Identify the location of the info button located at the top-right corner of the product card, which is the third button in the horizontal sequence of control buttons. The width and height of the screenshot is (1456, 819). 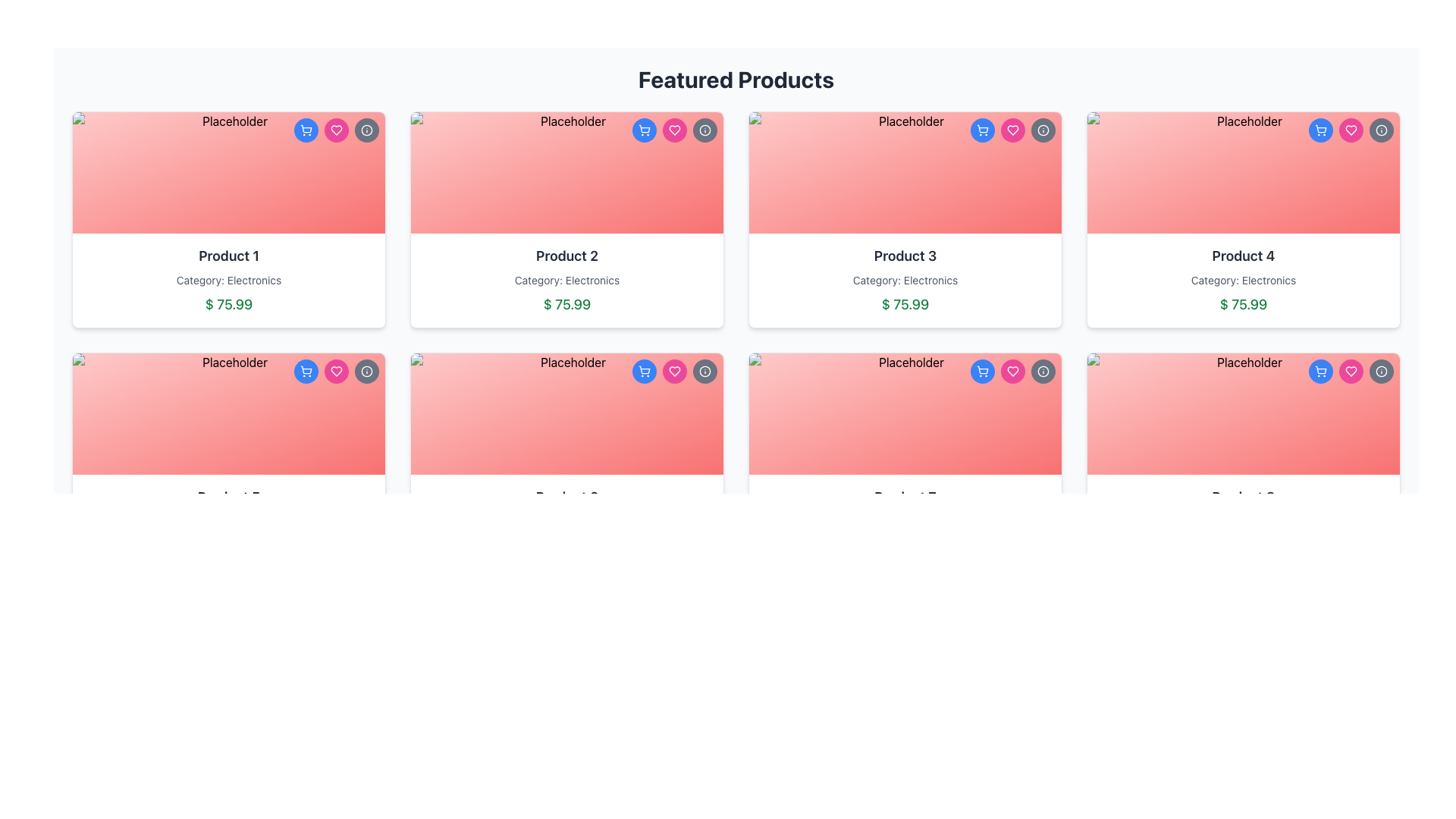
(367, 371).